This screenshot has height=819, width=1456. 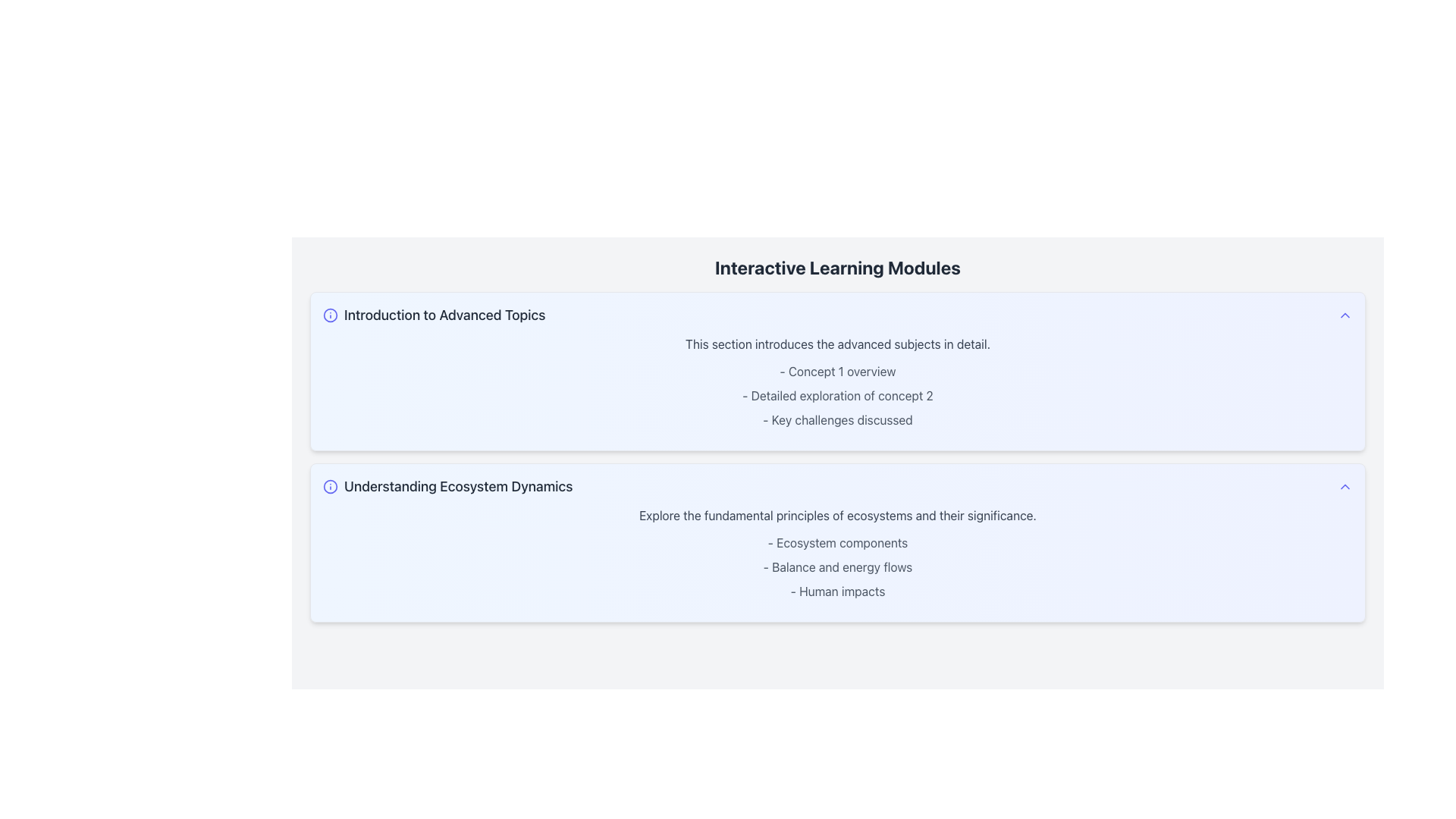 What do you see at coordinates (836, 371) in the screenshot?
I see `the Text Display element that provides an overview related to 'Concept 1' in the 'Introduction to Advanced Topics' section` at bounding box center [836, 371].